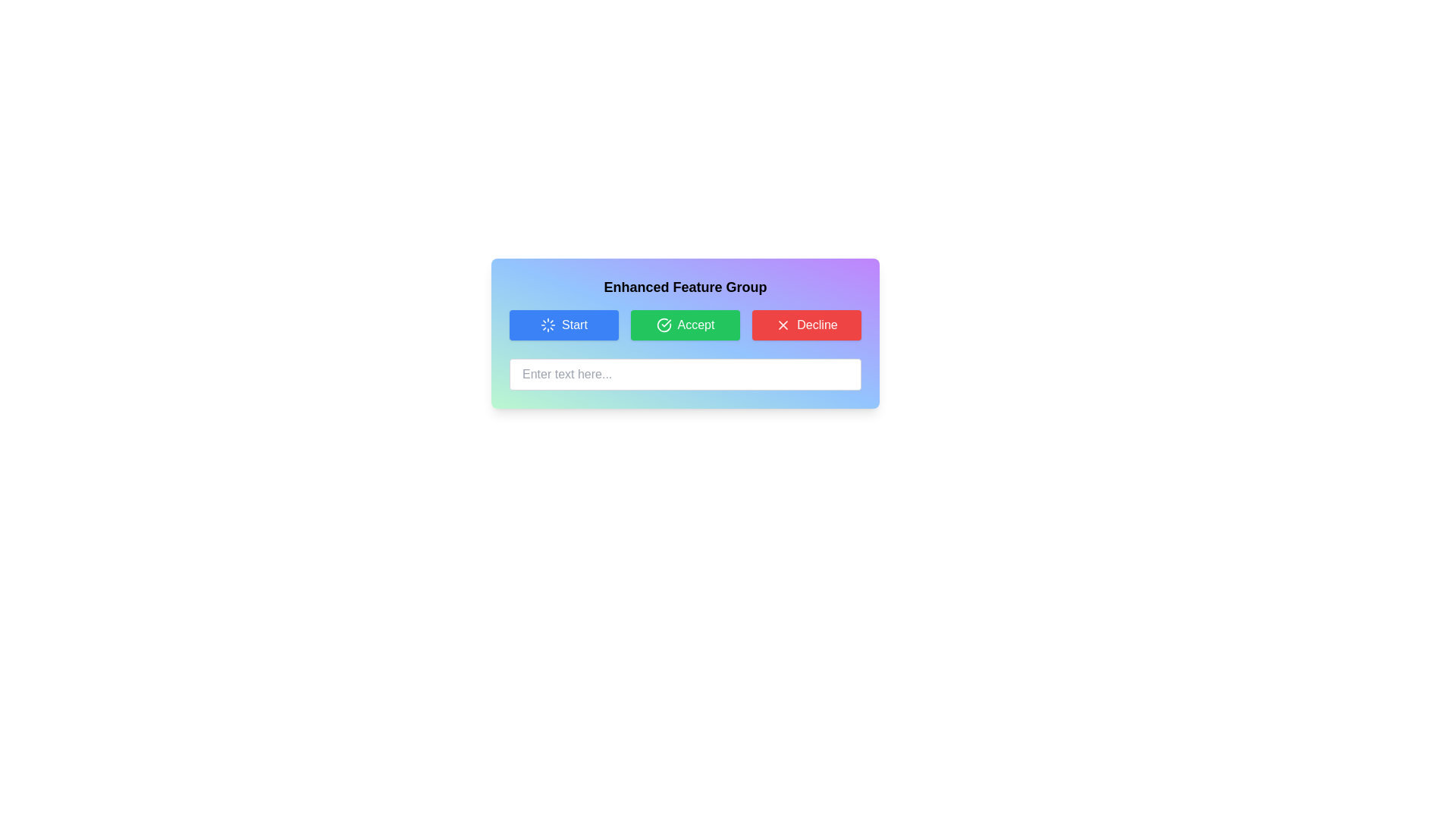 This screenshot has height=819, width=1456. I want to click on the confirmation icon located centrally within the green 'Accept' button, which is part of a horizontal row of three buttons in the user interface panel, so click(664, 324).